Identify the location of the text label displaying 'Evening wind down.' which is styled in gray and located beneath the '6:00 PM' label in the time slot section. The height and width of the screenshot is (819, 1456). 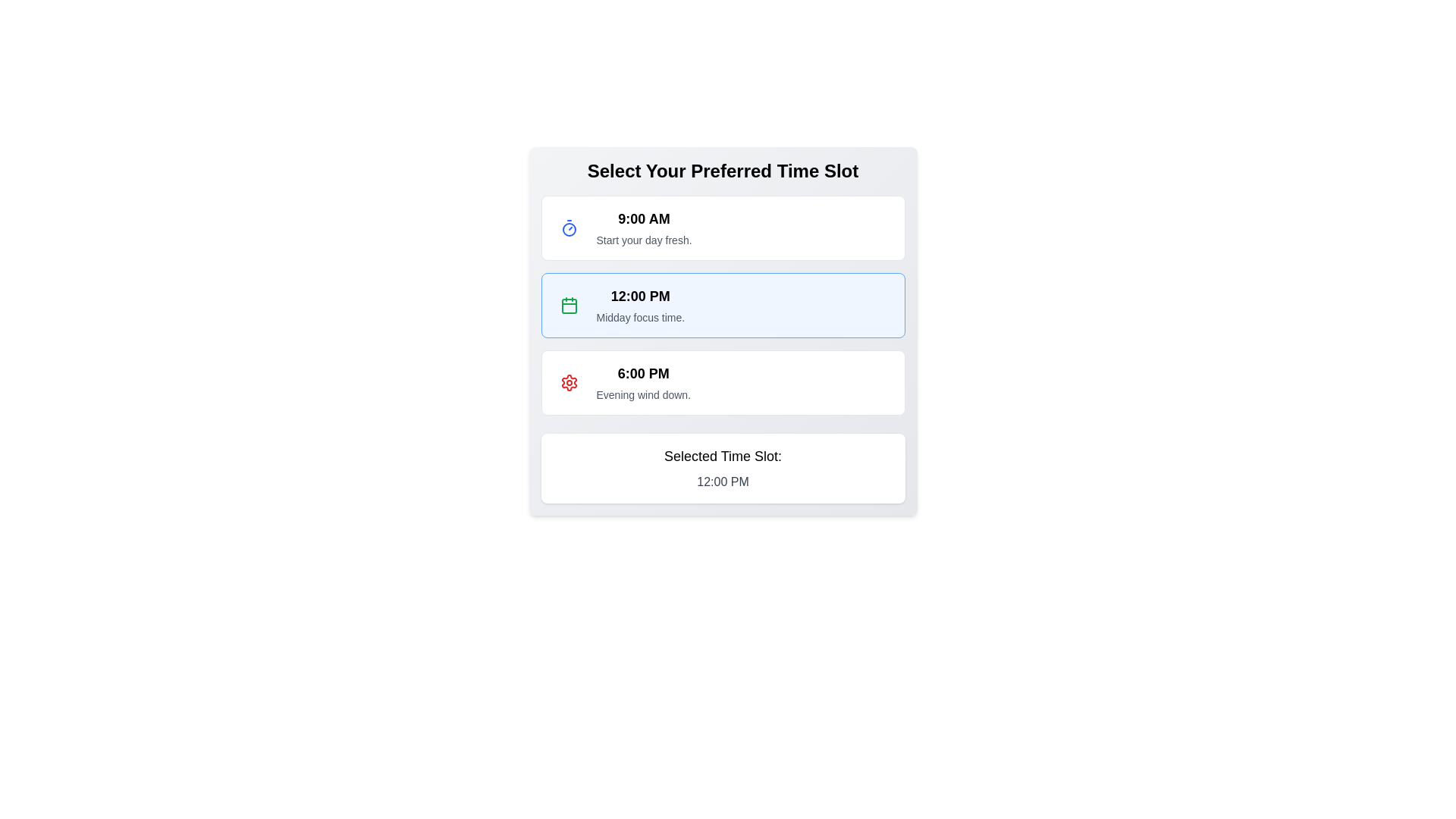
(643, 394).